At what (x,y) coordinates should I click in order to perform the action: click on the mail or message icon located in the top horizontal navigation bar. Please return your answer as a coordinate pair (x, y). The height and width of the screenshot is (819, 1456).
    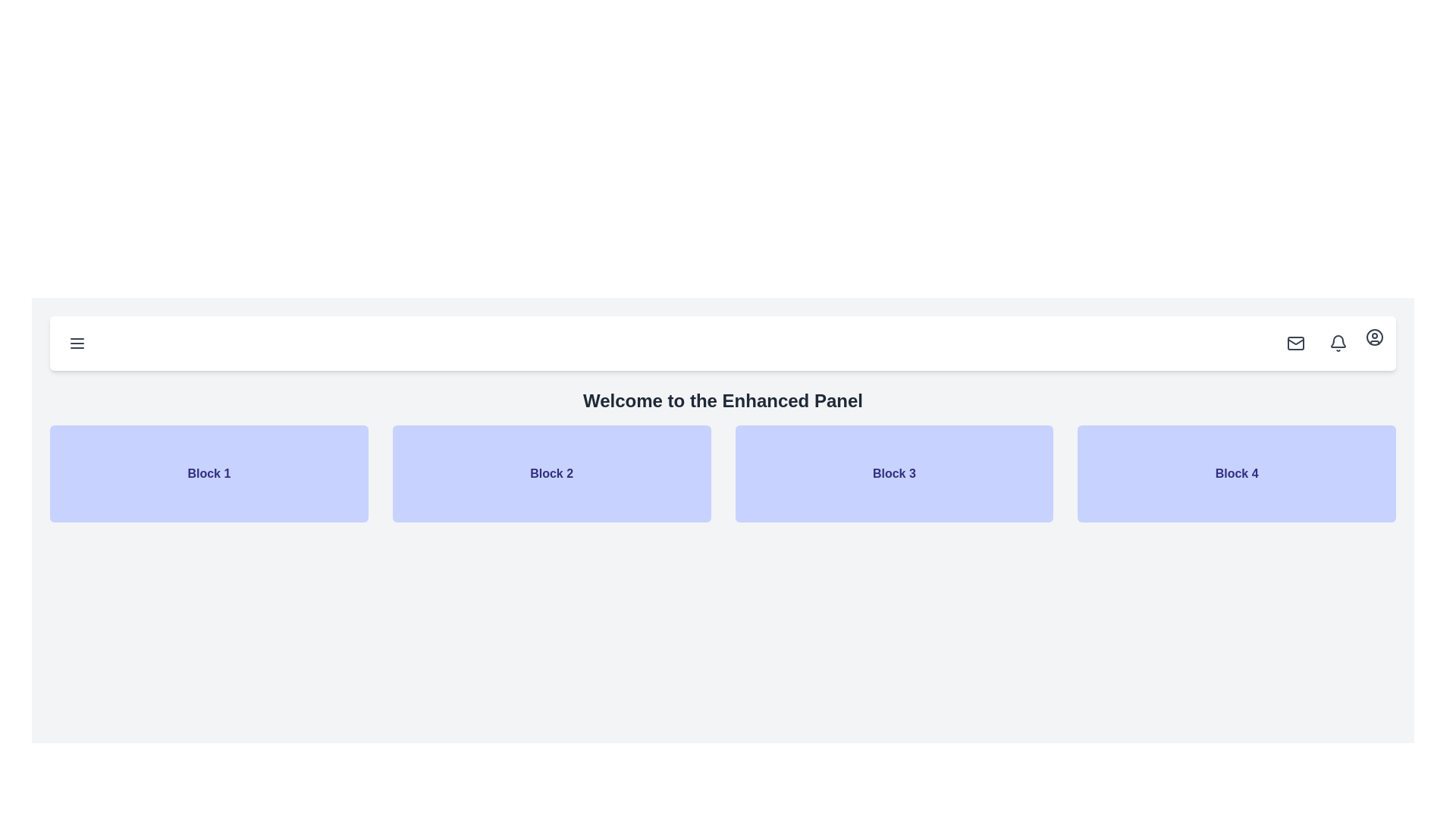
    Looking at the image, I should click on (1294, 343).